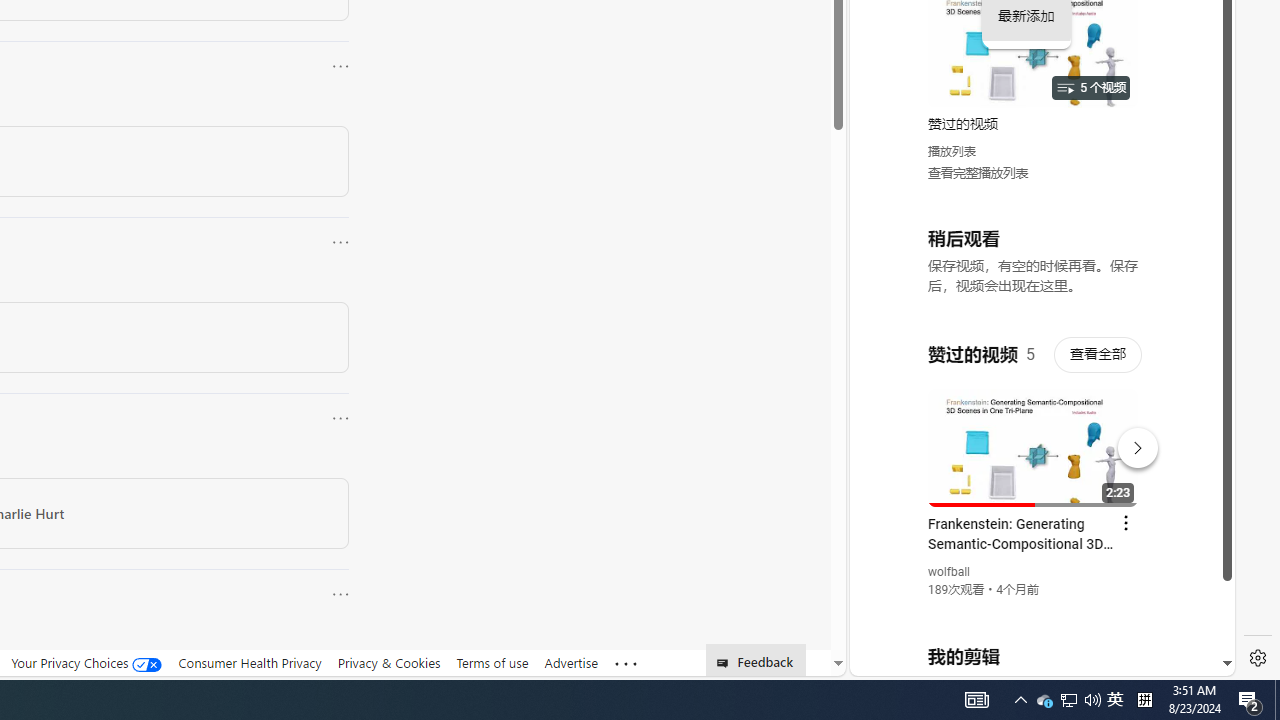 The width and height of the screenshot is (1280, 720). What do you see at coordinates (624, 663) in the screenshot?
I see `'Class: oneFooter_seeMore-DS-EntryPoint1-1'` at bounding box center [624, 663].